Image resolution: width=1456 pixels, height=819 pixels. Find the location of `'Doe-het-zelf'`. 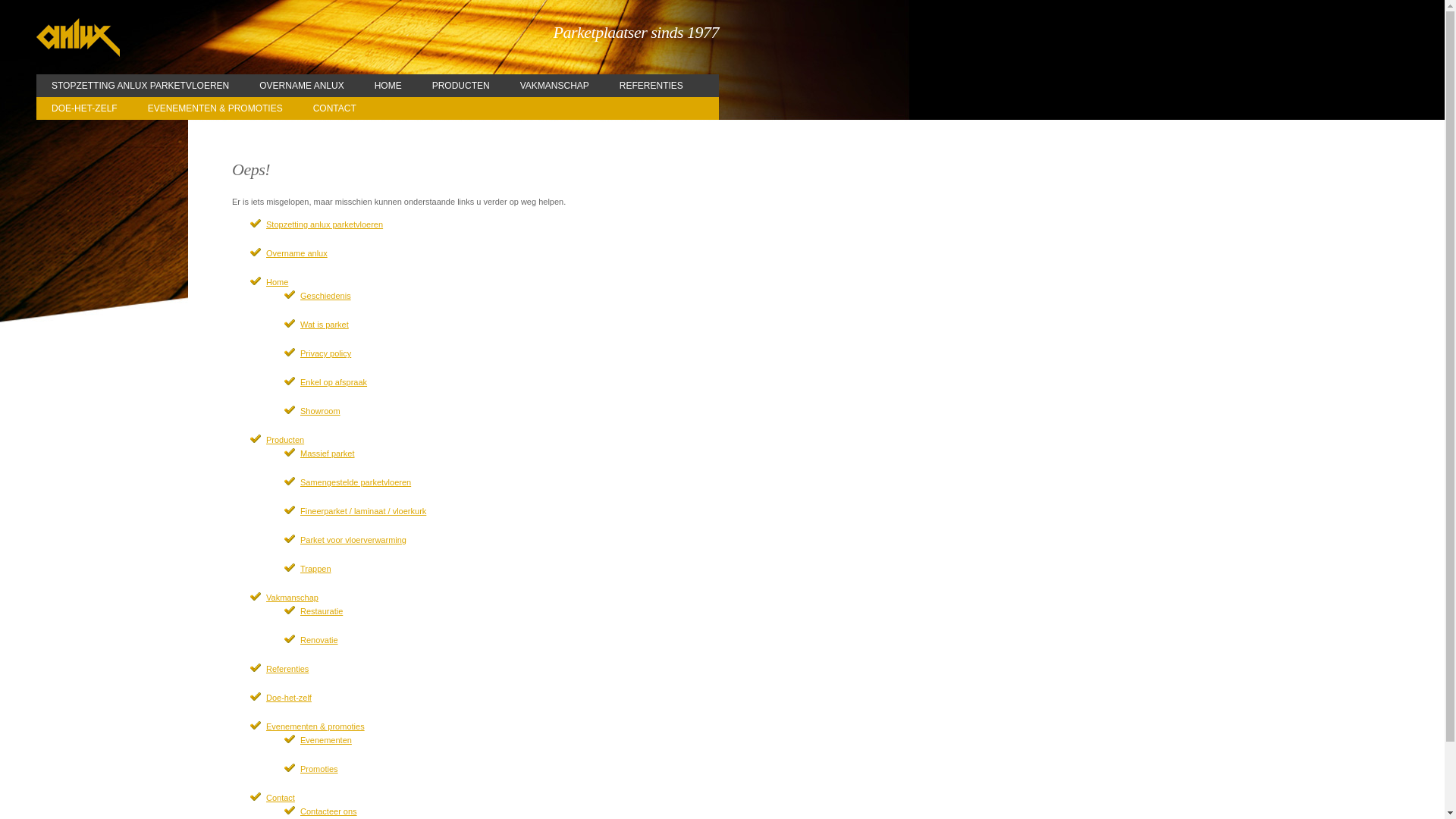

'Doe-het-zelf' is located at coordinates (288, 698).